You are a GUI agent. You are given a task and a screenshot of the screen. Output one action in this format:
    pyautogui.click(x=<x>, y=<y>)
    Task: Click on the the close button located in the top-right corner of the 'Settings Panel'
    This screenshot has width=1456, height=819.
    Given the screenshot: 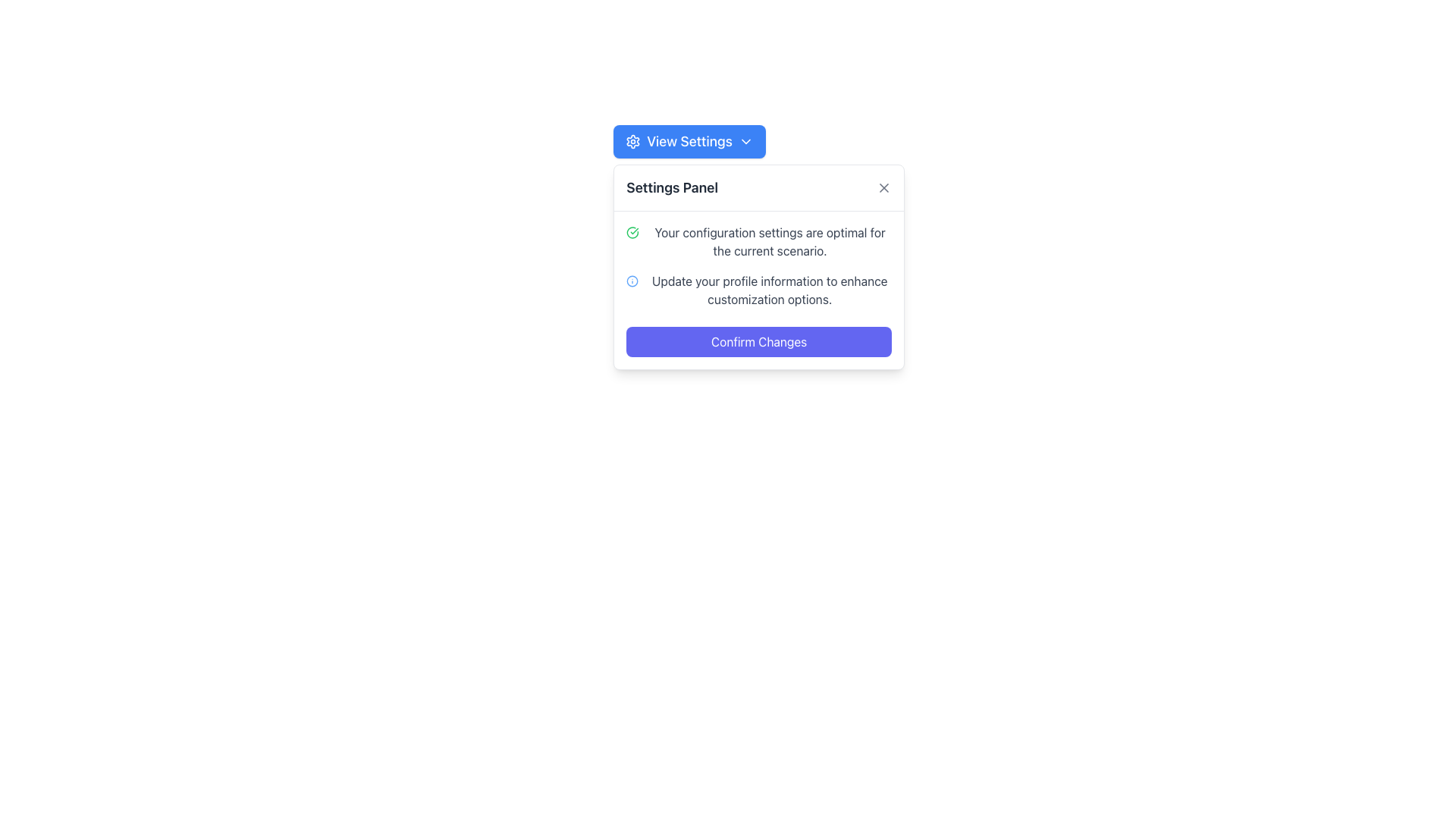 What is the action you would take?
    pyautogui.click(x=884, y=187)
    